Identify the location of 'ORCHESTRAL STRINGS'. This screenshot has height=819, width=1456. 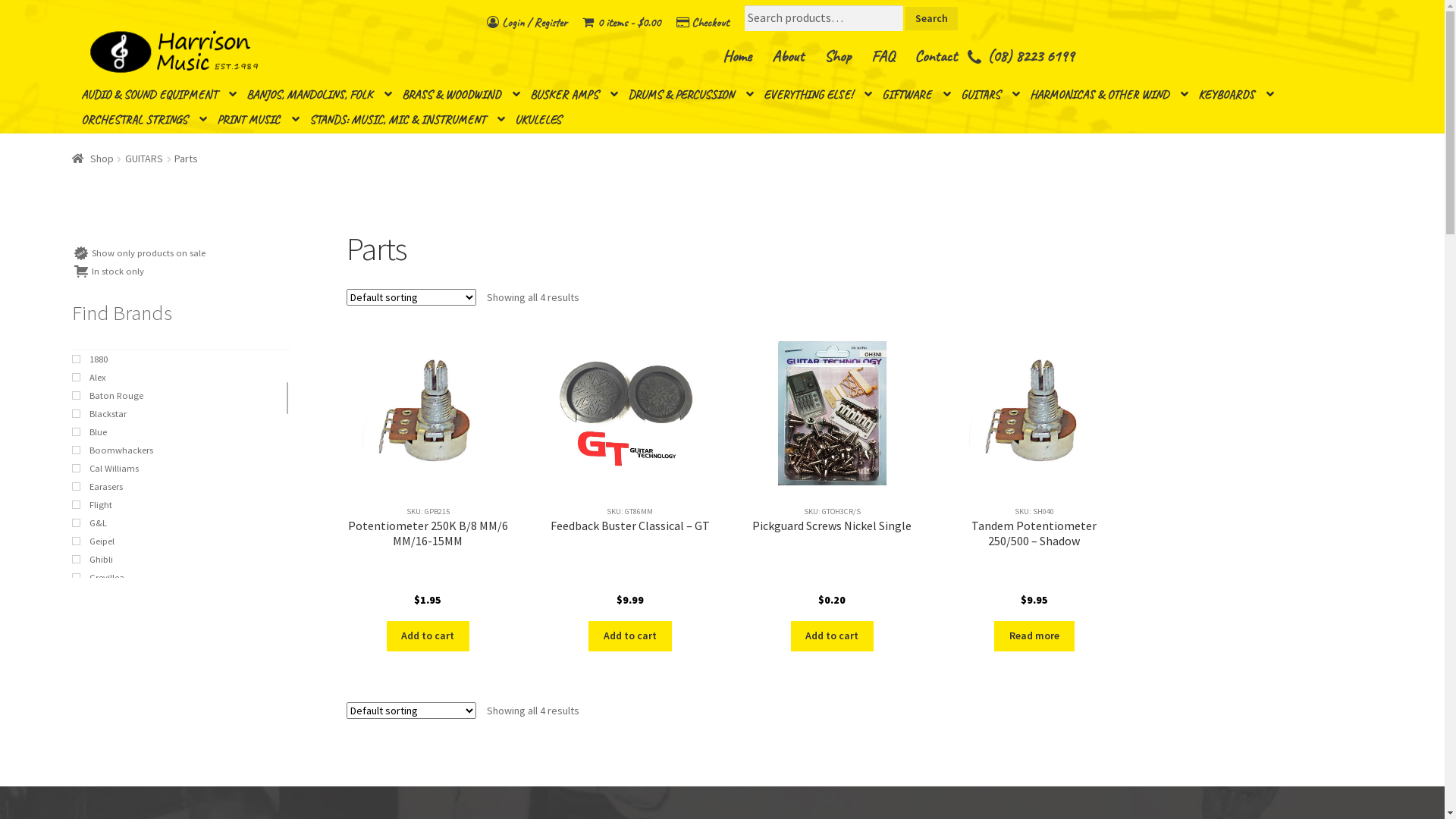
(144, 119).